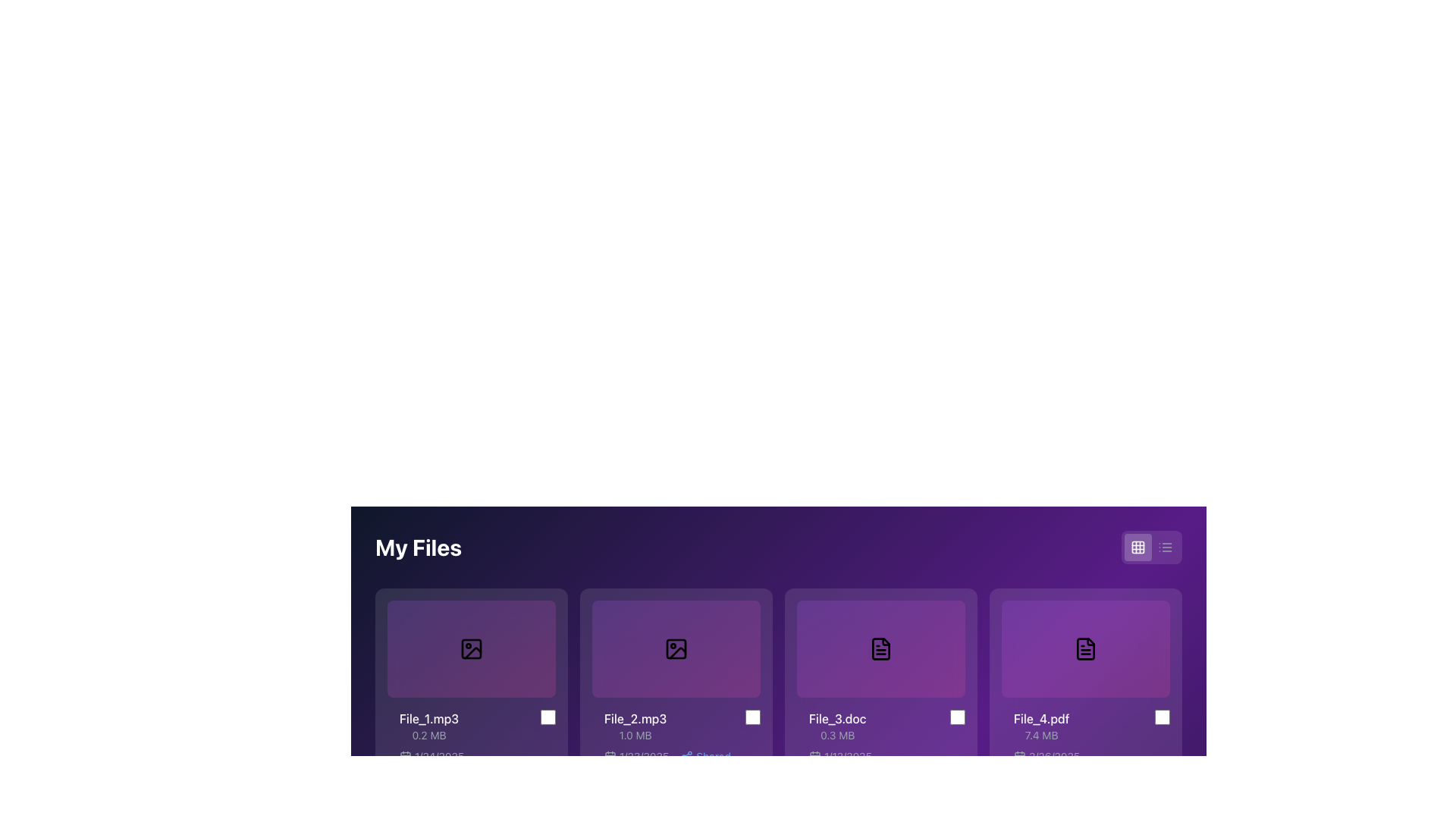 The width and height of the screenshot is (1456, 819). What do you see at coordinates (635, 718) in the screenshot?
I see `the text label displaying the file name 'File_2.mp3'` at bounding box center [635, 718].